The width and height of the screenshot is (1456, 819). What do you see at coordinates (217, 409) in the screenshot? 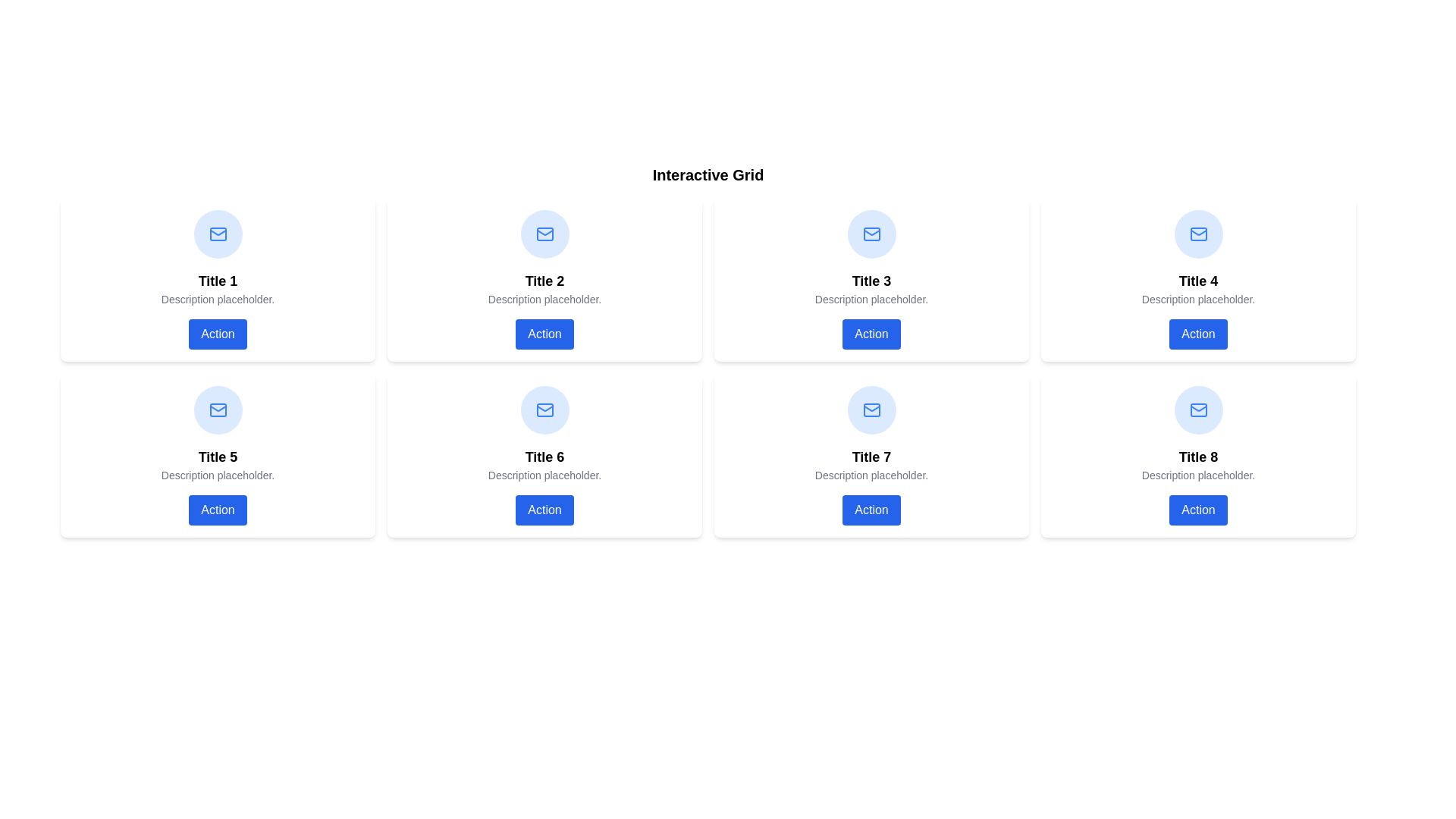
I see `the envelope icon with a simplistic outline style rendered in blue, located within the card titled 'Title 5' in the second row, first column of the interactive grid layout` at bounding box center [217, 409].